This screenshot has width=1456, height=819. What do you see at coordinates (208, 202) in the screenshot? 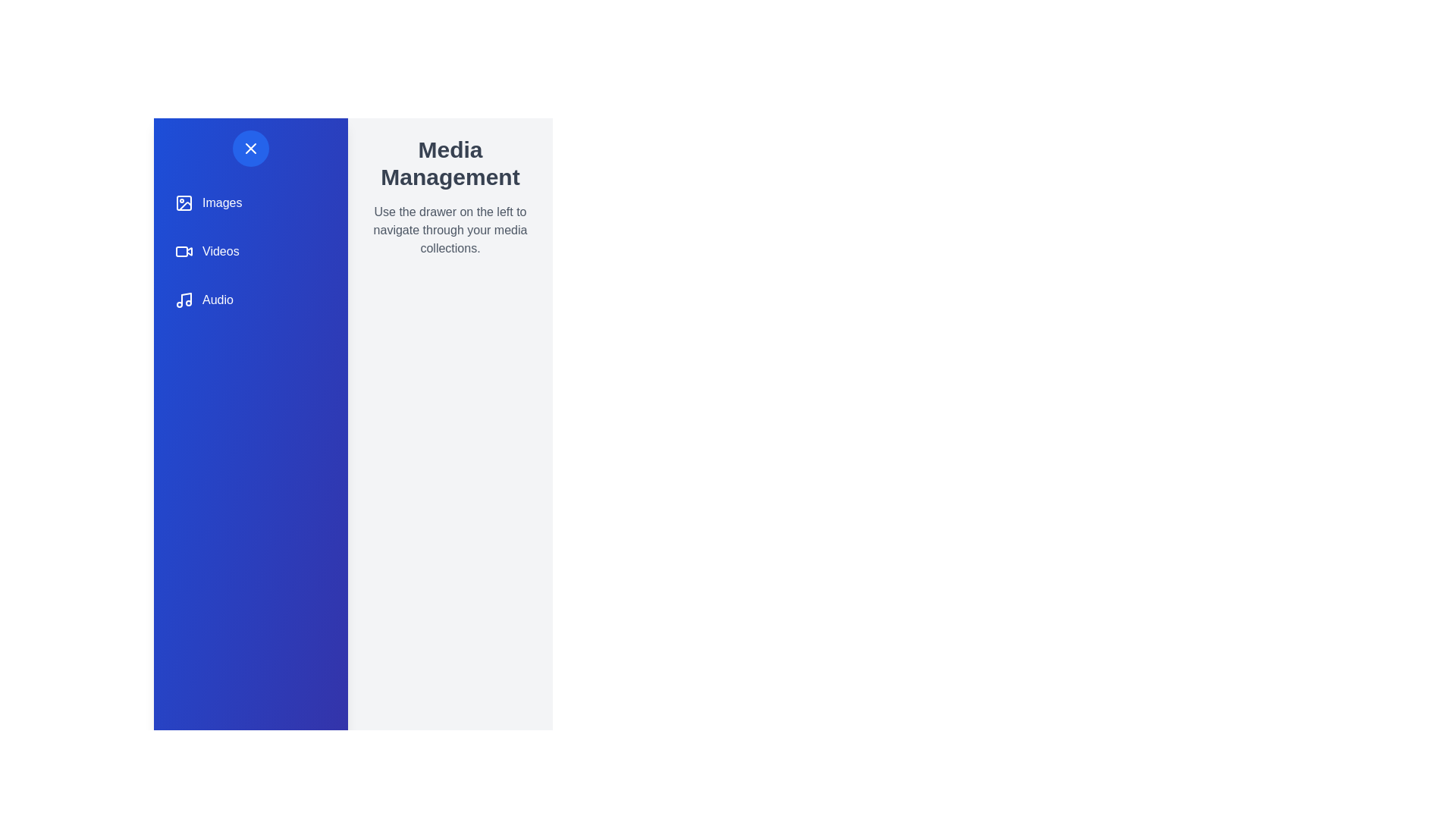
I see `the 'Images' button located in the left sidebar above the 'Videos' and 'Audio' items` at bounding box center [208, 202].